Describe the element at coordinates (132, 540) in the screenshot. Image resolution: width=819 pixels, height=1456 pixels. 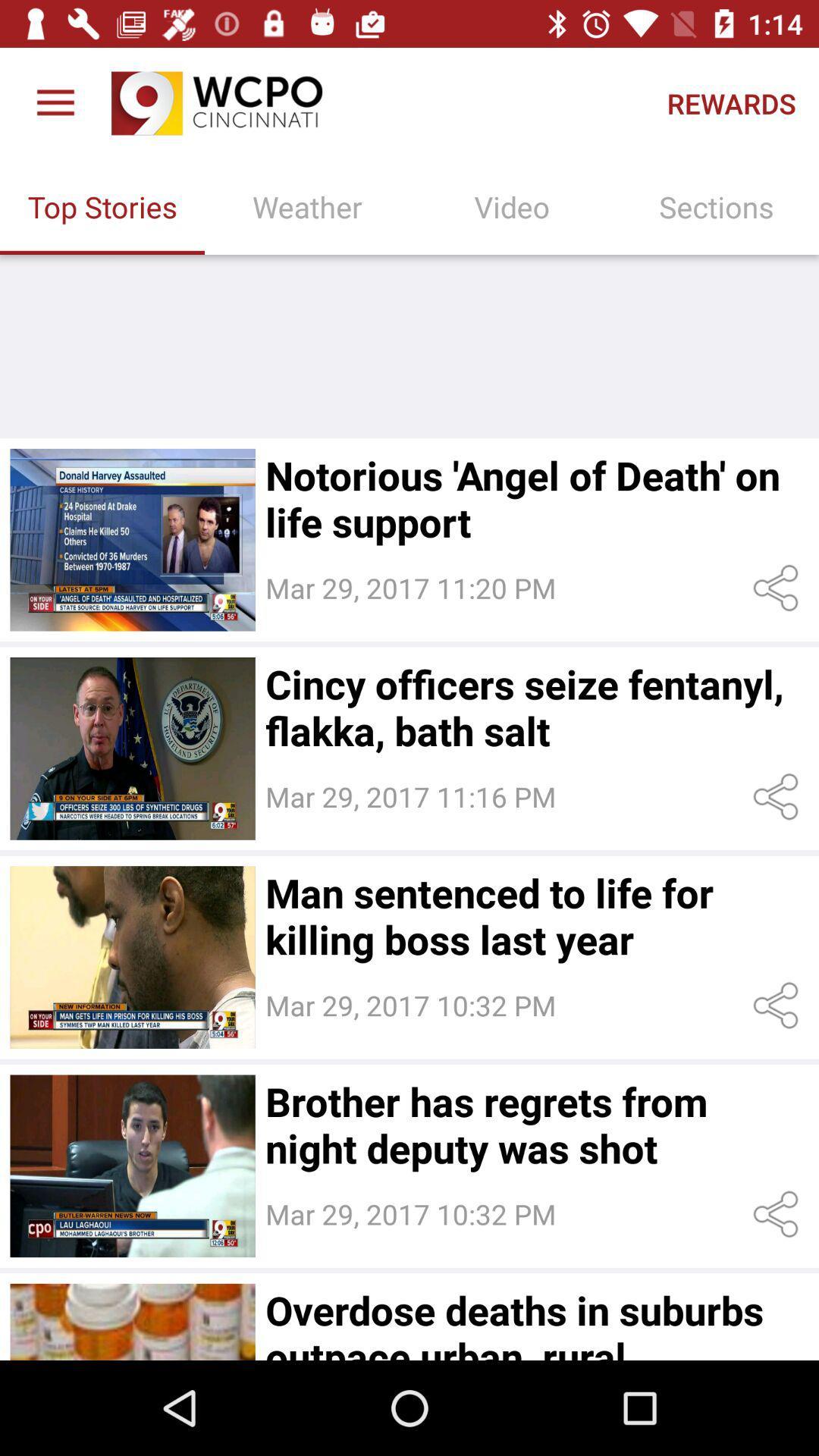
I see `top stories` at that location.